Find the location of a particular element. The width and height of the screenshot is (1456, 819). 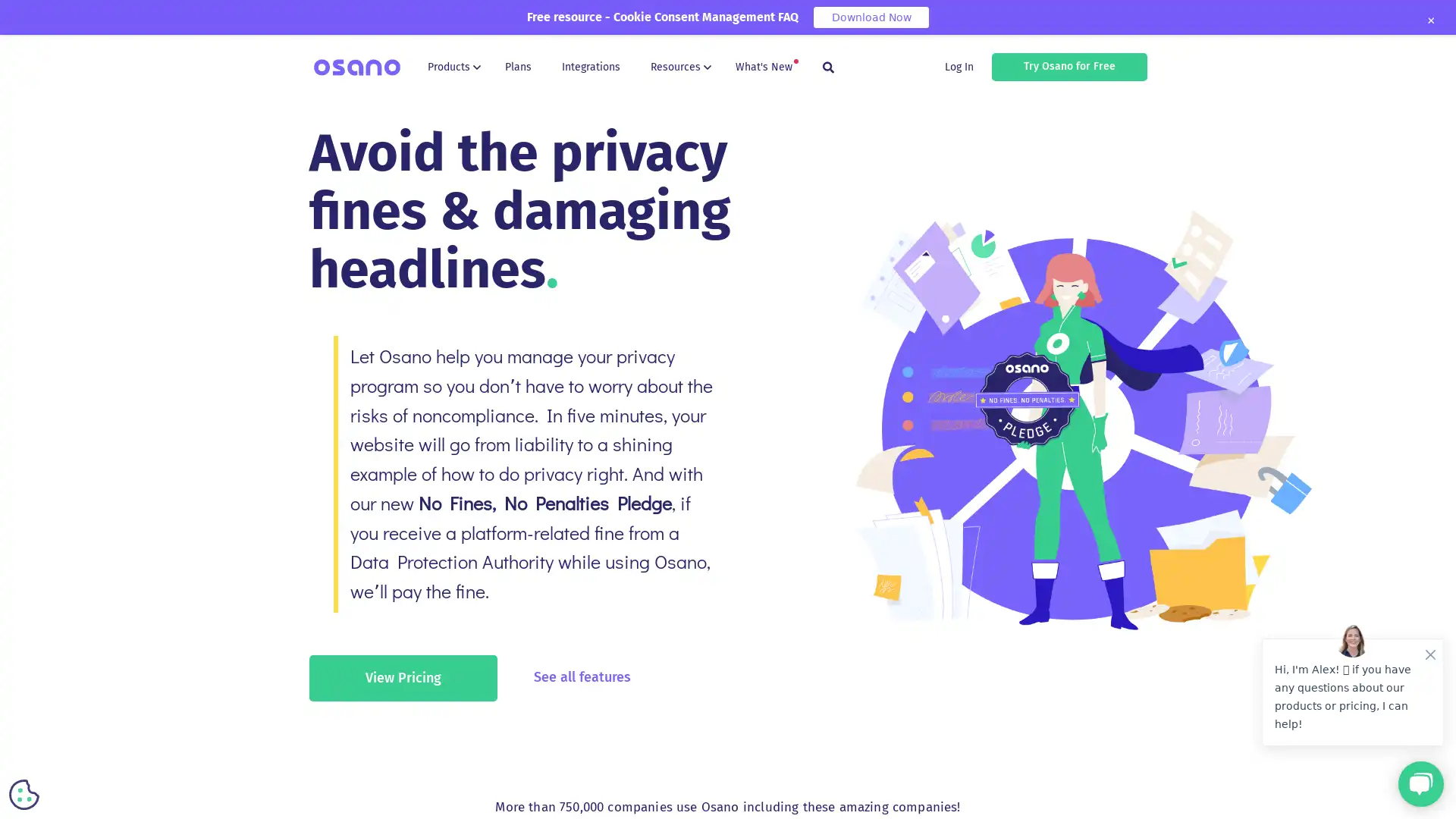

Close is located at coordinates (1429, 20).